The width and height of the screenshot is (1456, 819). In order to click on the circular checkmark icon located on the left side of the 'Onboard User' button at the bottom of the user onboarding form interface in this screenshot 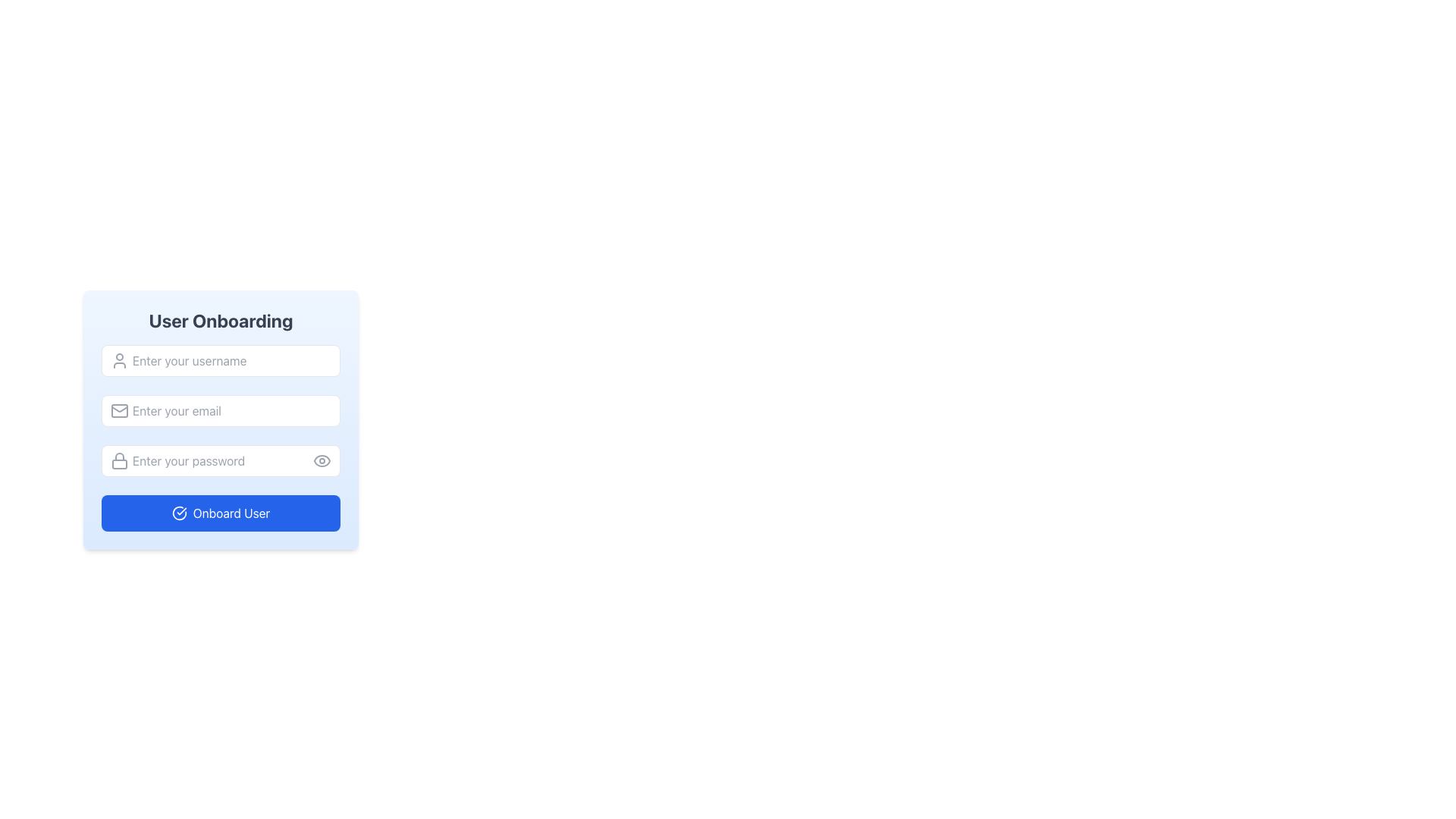, I will do `click(179, 513)`.